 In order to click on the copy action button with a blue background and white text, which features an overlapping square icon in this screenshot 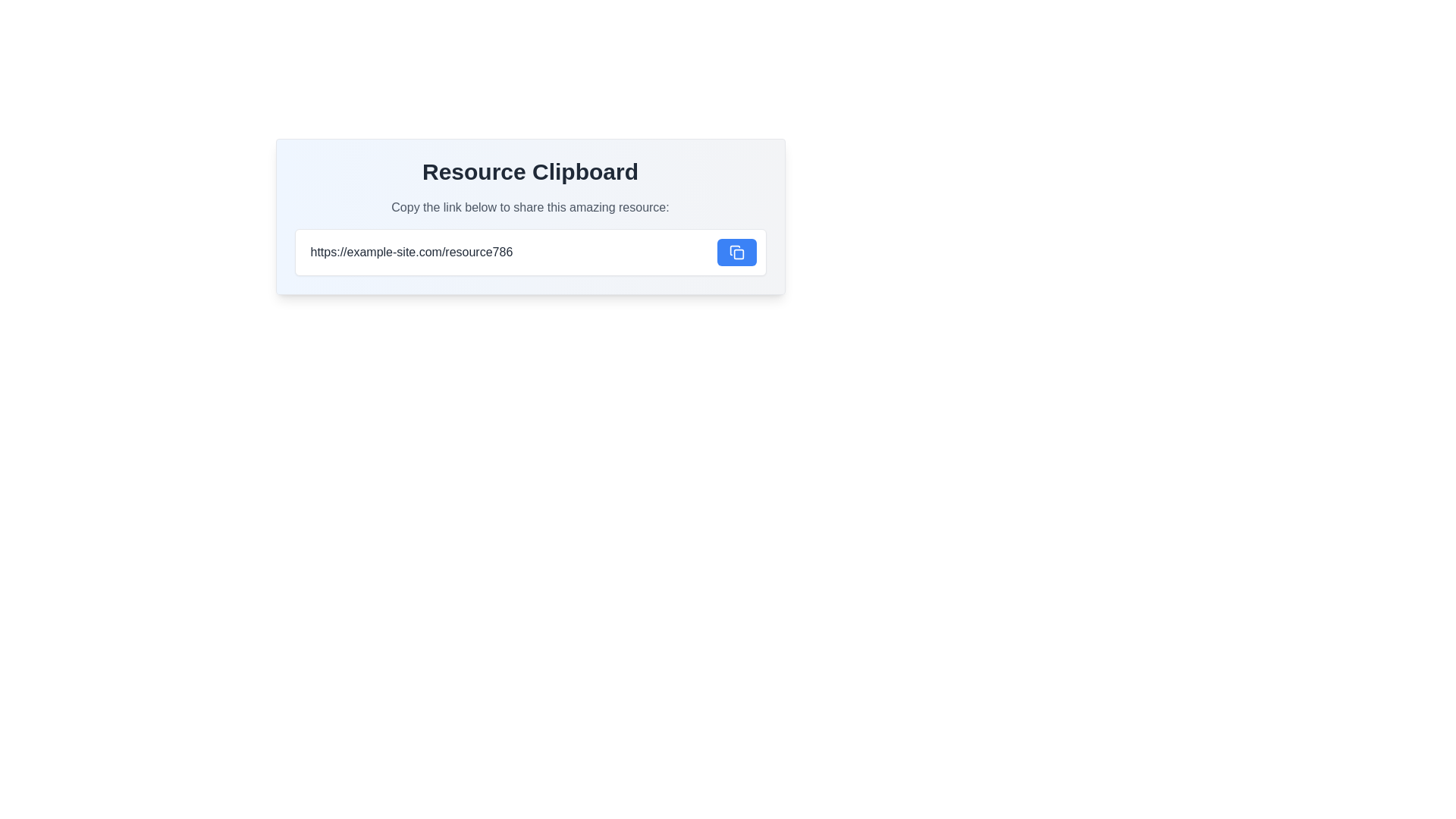, I will do `click(736, 251)`.